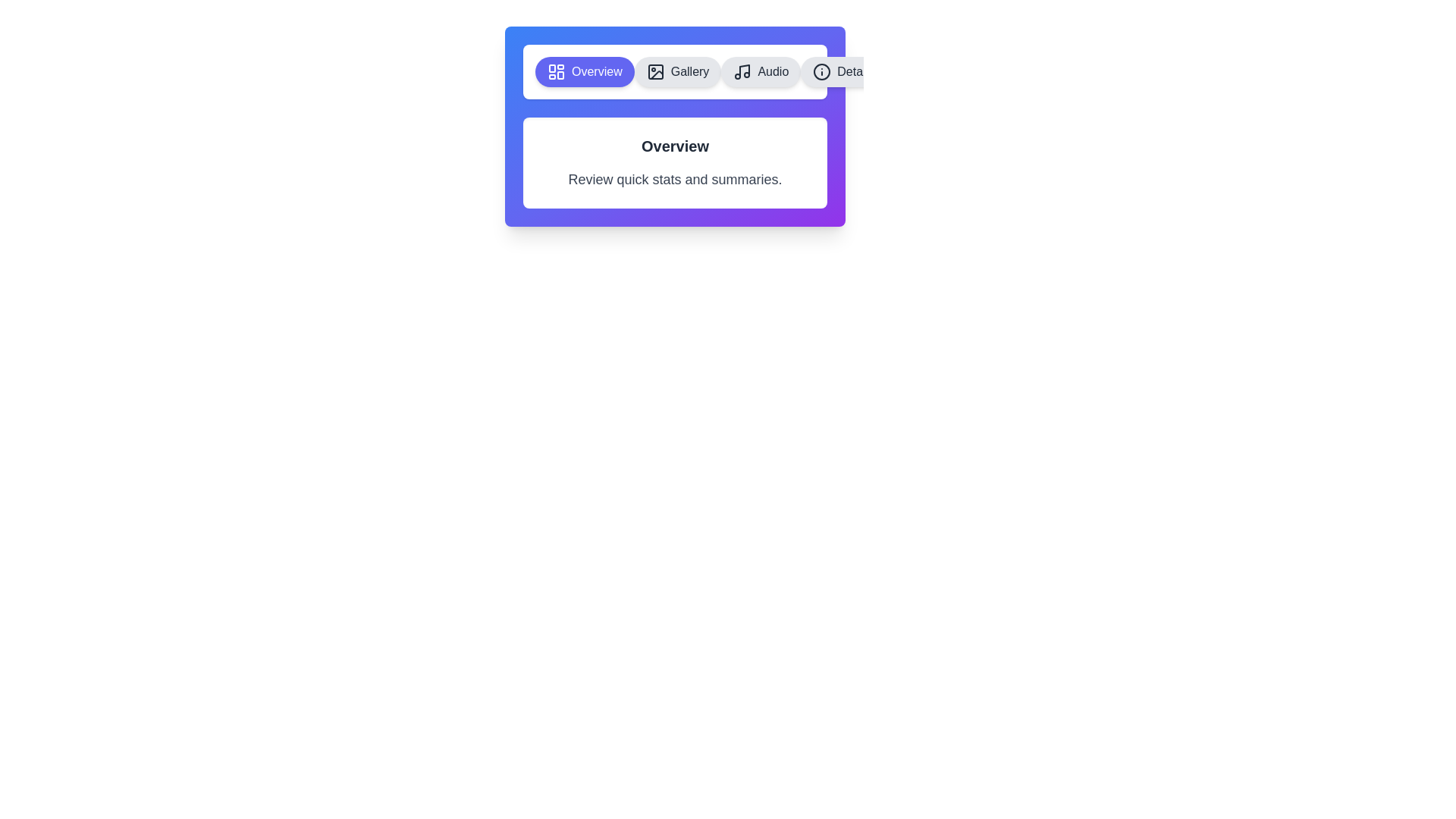 The height and width of the screenshot is (819, 1456). Describe the element at coordinates (761, 72) in the screenshot. I see `the tab labeled Audio` at that location.